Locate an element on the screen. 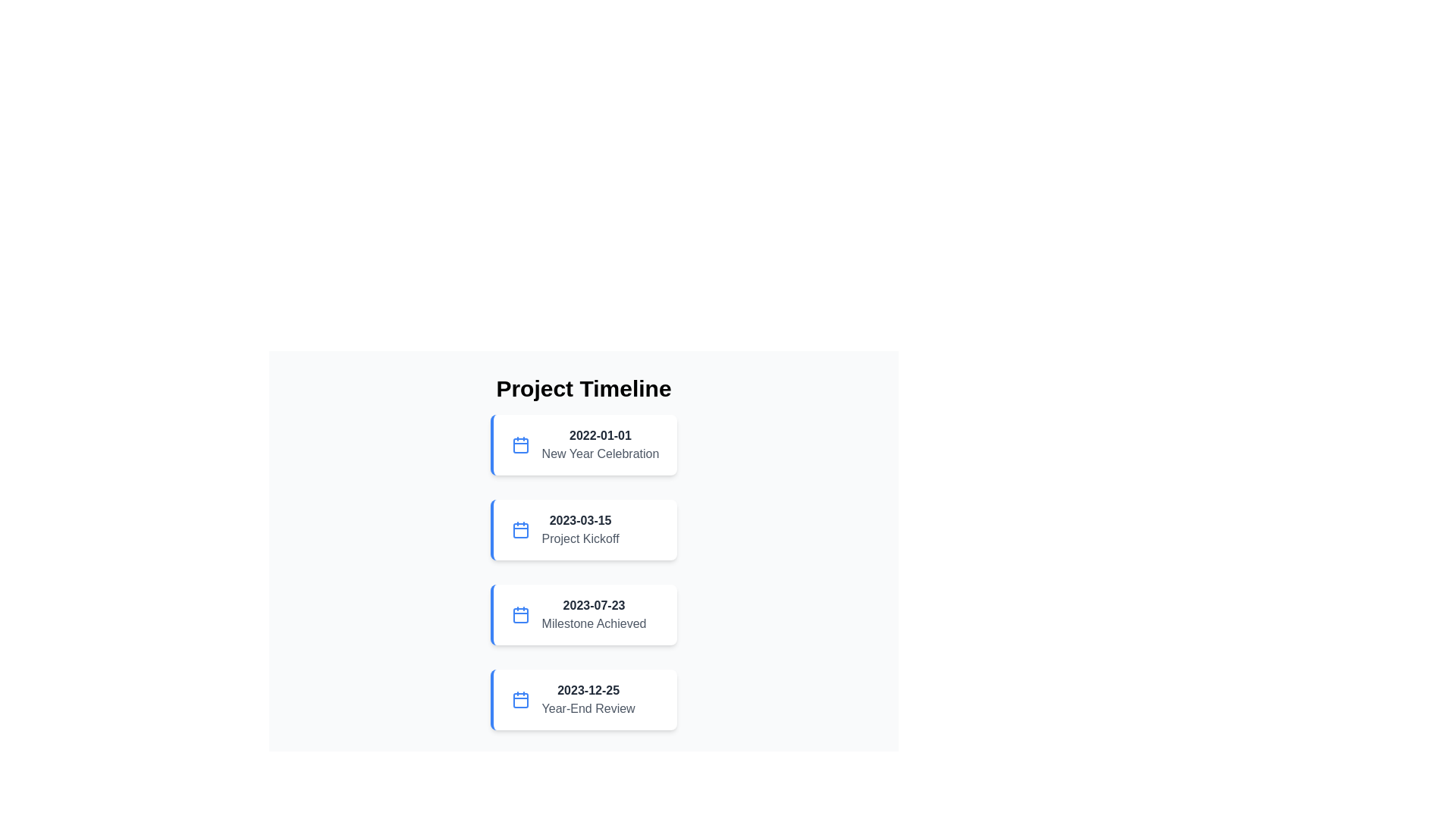 Image resolution: width=1456 pixels, height=819 pixels. the blue calendar icon of the list item labeled 'Year-End Review' with the date '2023-12-25', which is located at the bottom of the vertically stacked list is located at coordinates (585, 699).